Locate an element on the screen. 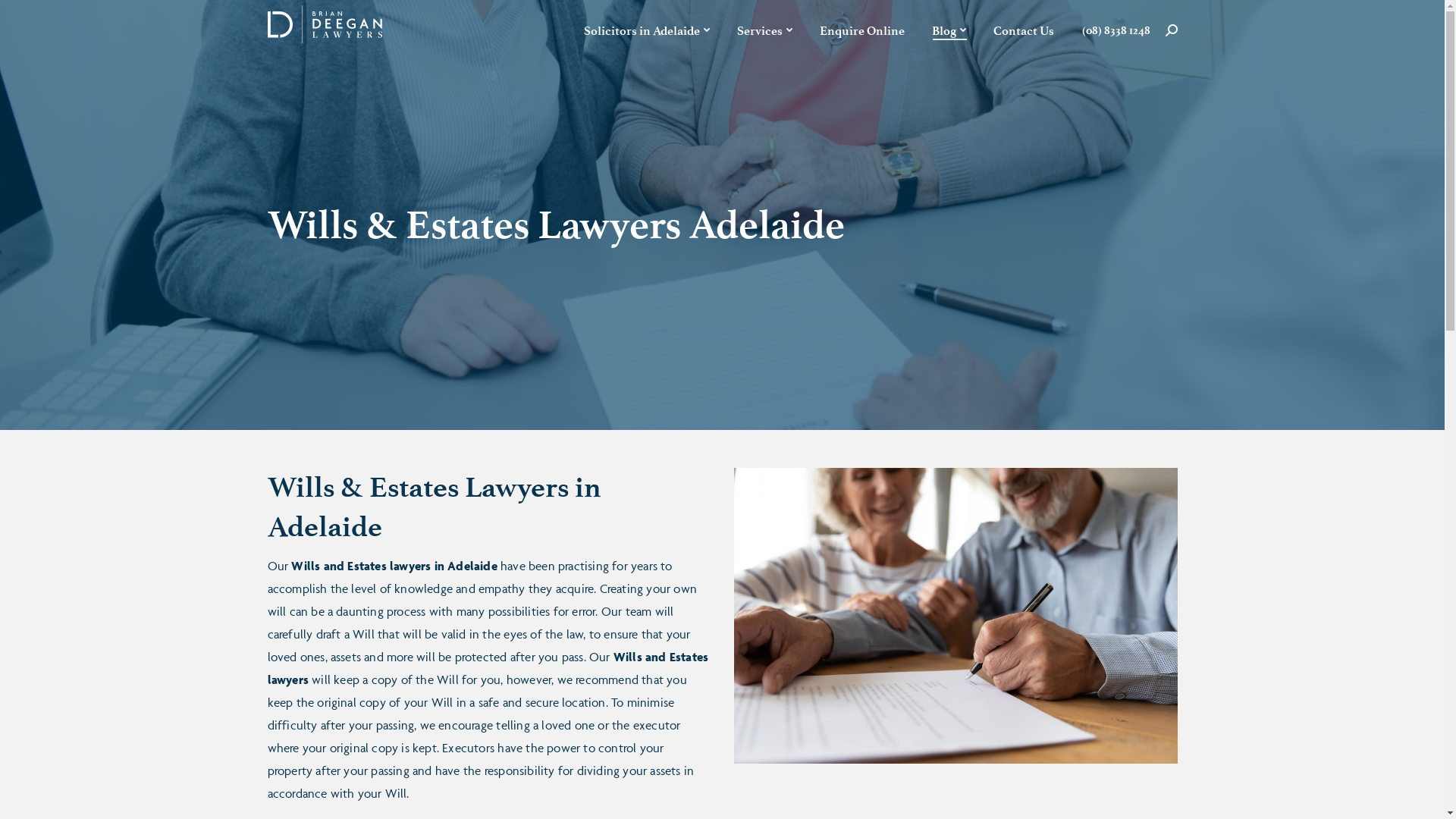 Image resolution: width=1456 pixels, height=819 pixels. 'Enquire Online' is located at coordinates (861, 30).